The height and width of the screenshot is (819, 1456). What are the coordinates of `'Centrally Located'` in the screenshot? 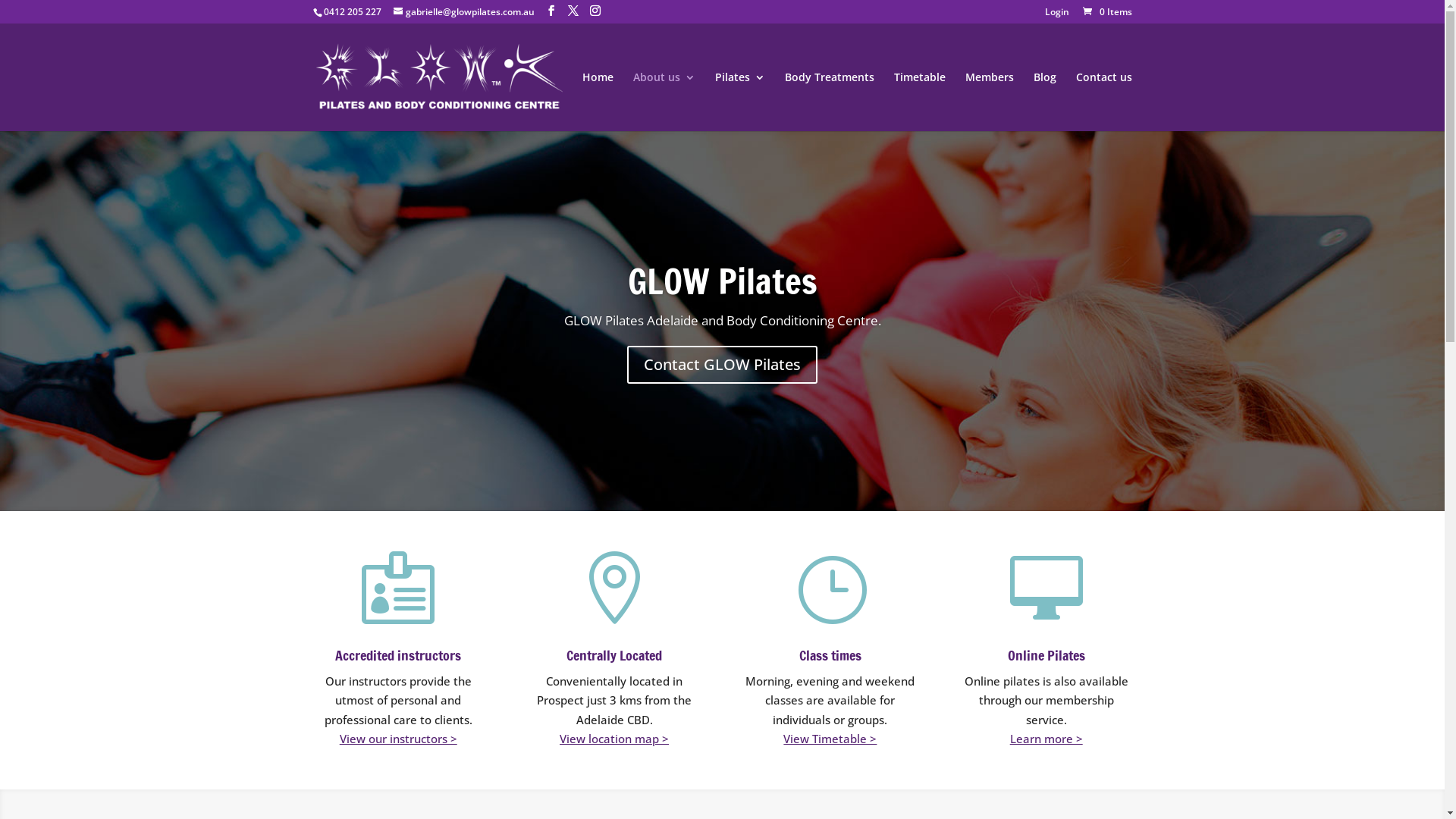 It's located at (566, 654).